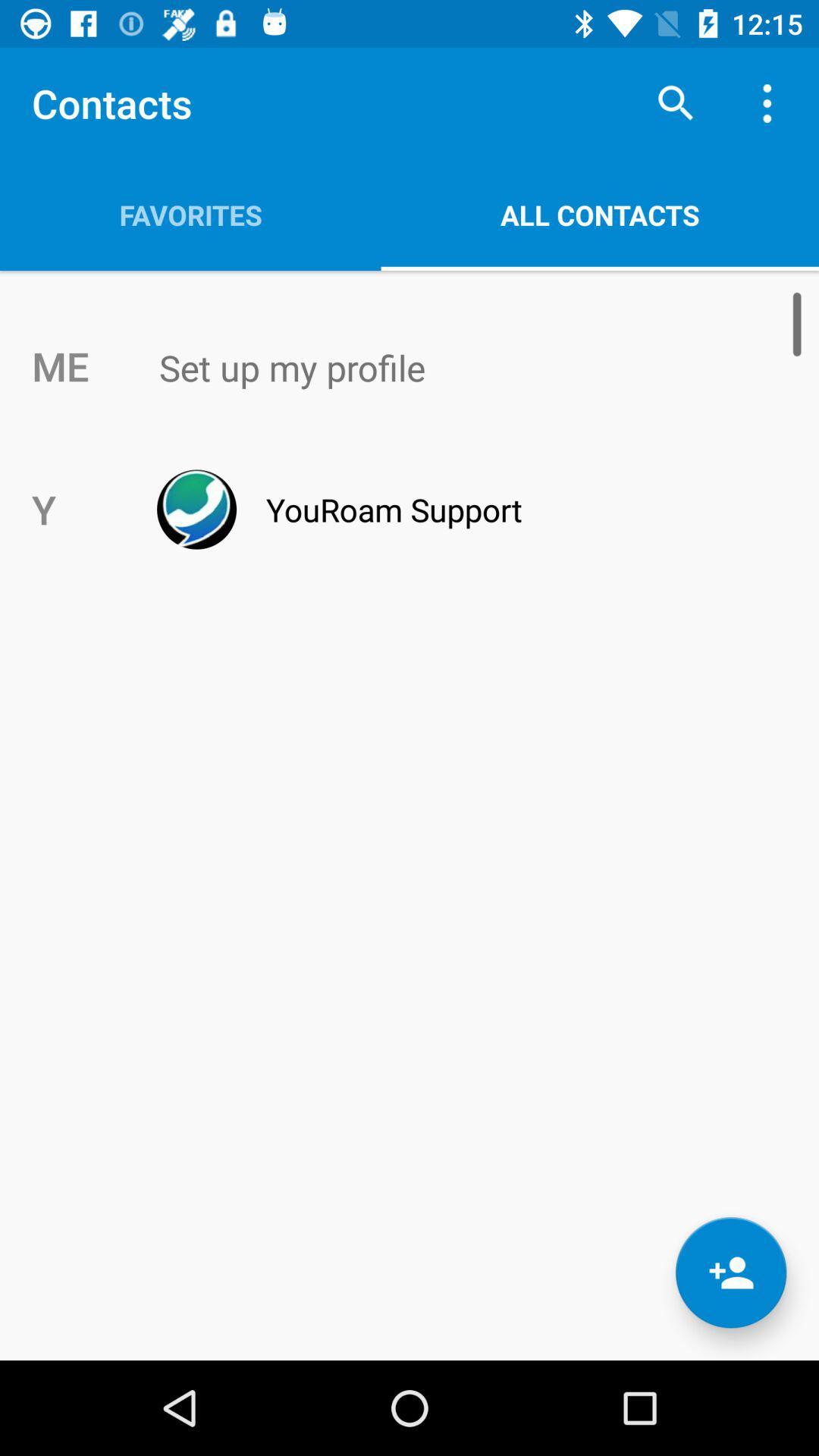  I want to click on the icon beside youroam support, so click(196, 510).